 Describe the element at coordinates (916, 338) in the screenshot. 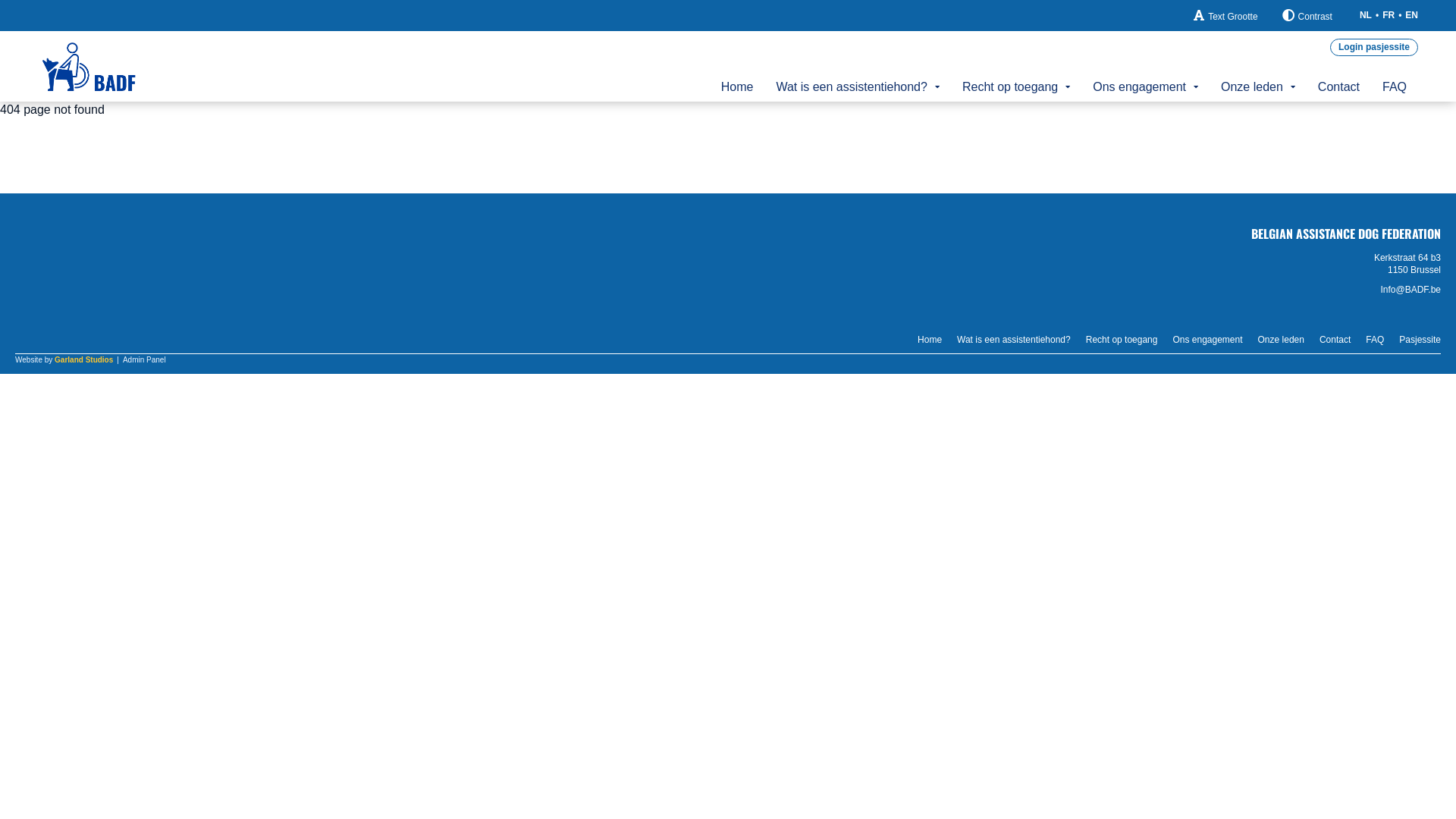

I see `'Home'` at that location.